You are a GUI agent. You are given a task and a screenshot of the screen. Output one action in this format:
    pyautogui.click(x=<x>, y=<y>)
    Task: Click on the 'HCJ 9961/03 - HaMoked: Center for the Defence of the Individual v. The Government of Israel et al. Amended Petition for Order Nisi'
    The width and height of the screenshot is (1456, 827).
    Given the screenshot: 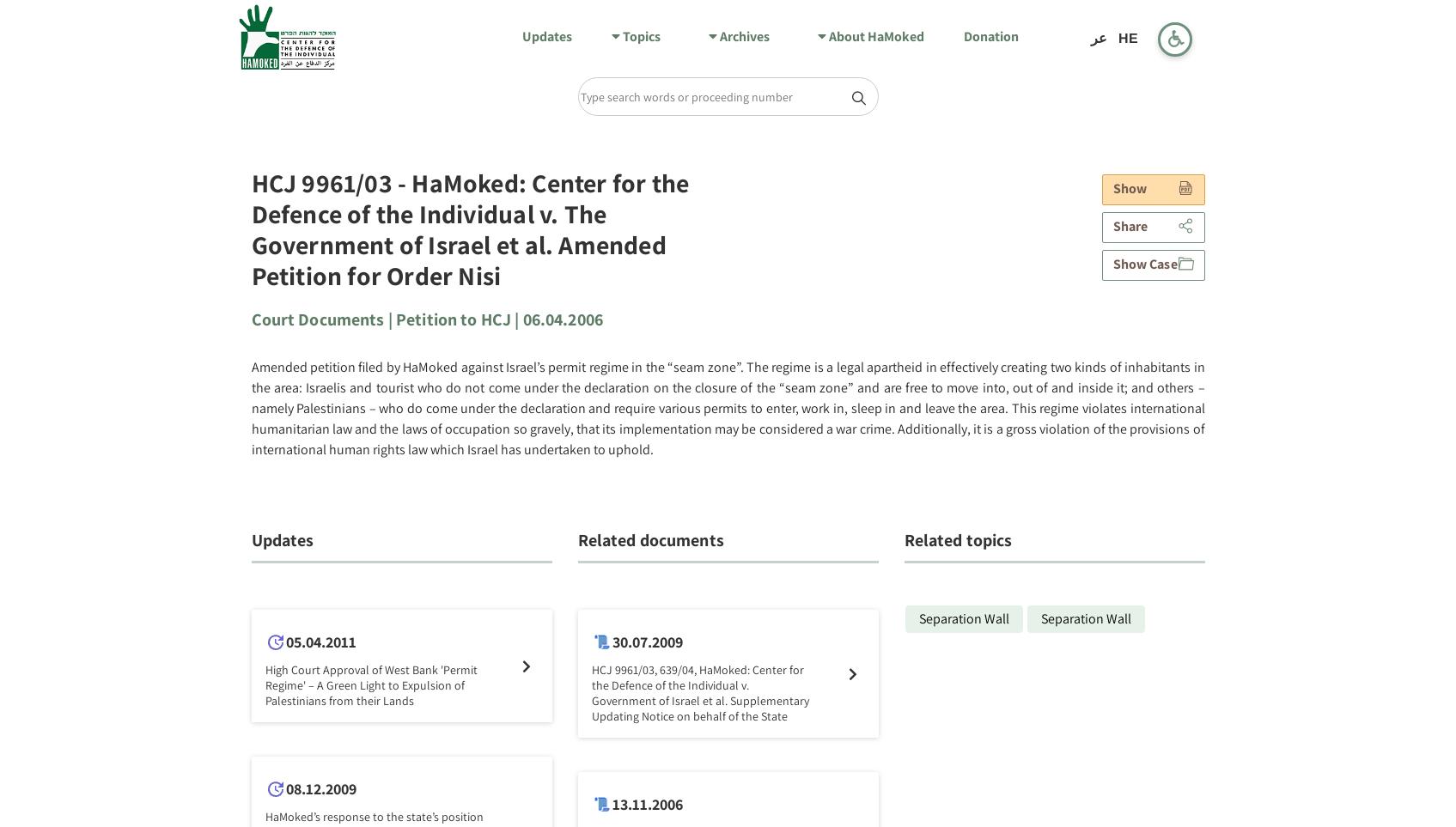 What is the action you would take?
    pyautogui.click(x=469, y=228)
    